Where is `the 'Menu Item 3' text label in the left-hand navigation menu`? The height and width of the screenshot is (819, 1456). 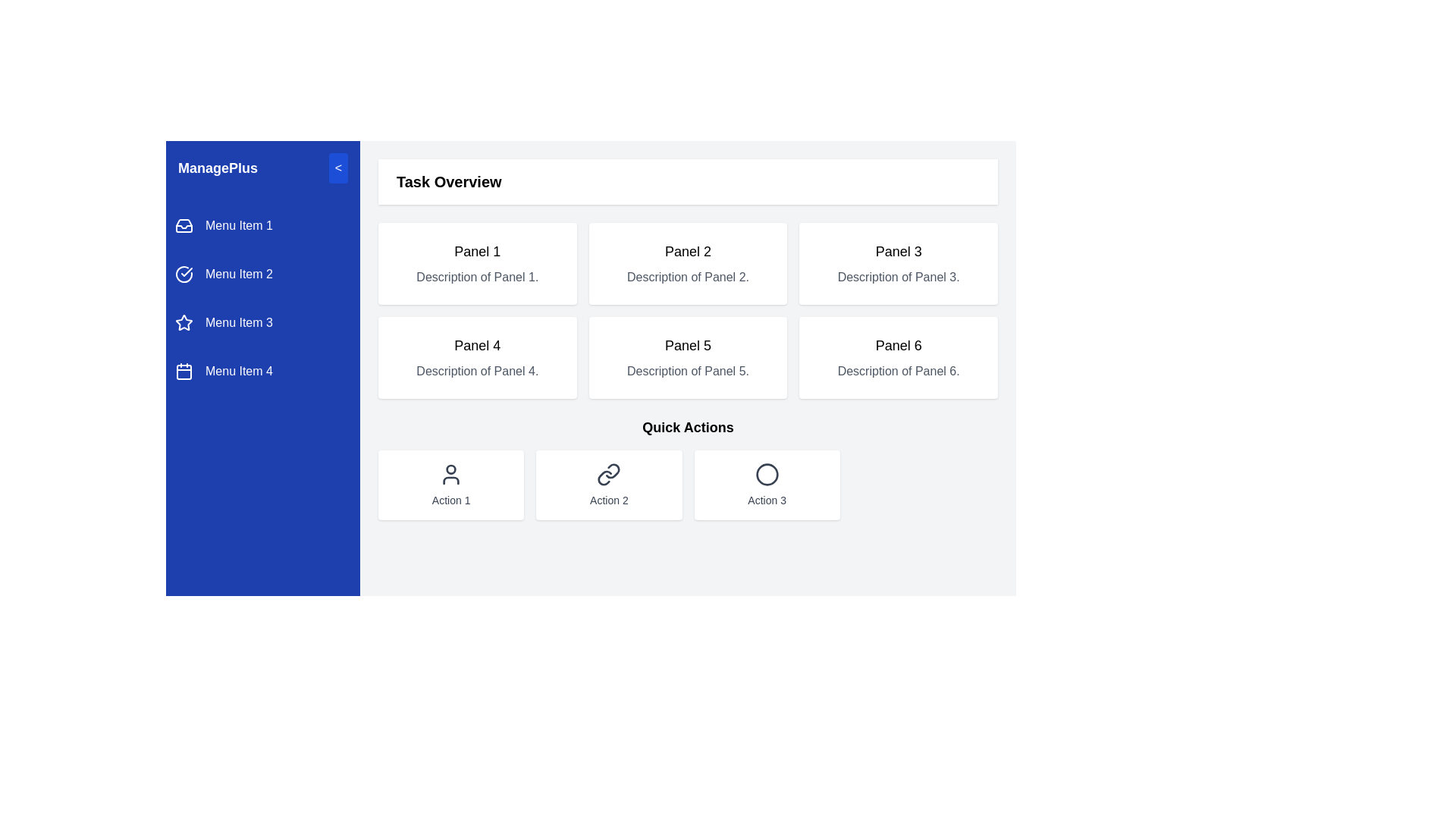 the 'Menu Item 3' text label in the left-hand navigation menu is located at coordinates (238, 322).